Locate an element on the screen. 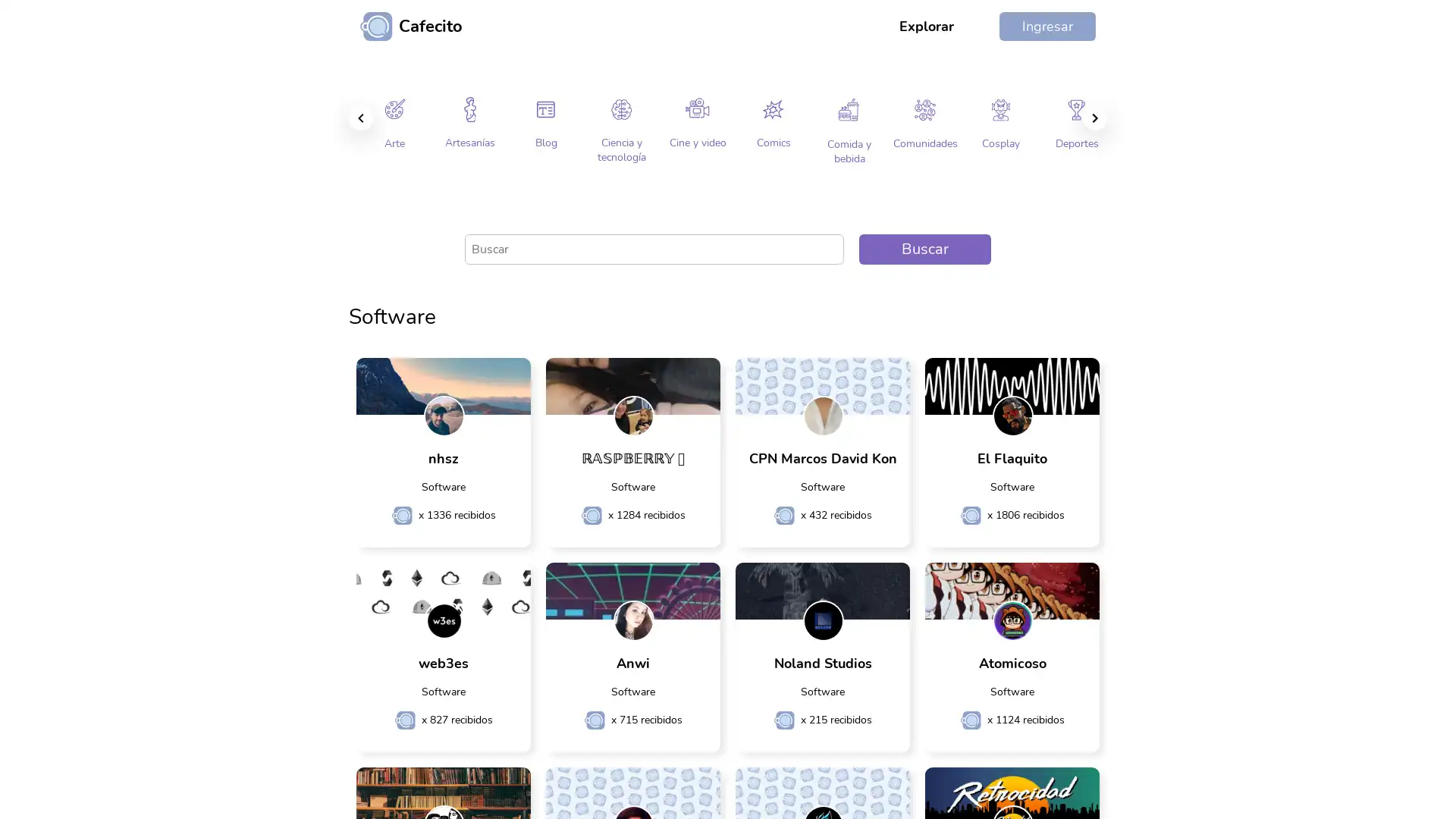 The width and height of the screenshot is (1456, 819). Buscar is located at coordinates (924, 247).